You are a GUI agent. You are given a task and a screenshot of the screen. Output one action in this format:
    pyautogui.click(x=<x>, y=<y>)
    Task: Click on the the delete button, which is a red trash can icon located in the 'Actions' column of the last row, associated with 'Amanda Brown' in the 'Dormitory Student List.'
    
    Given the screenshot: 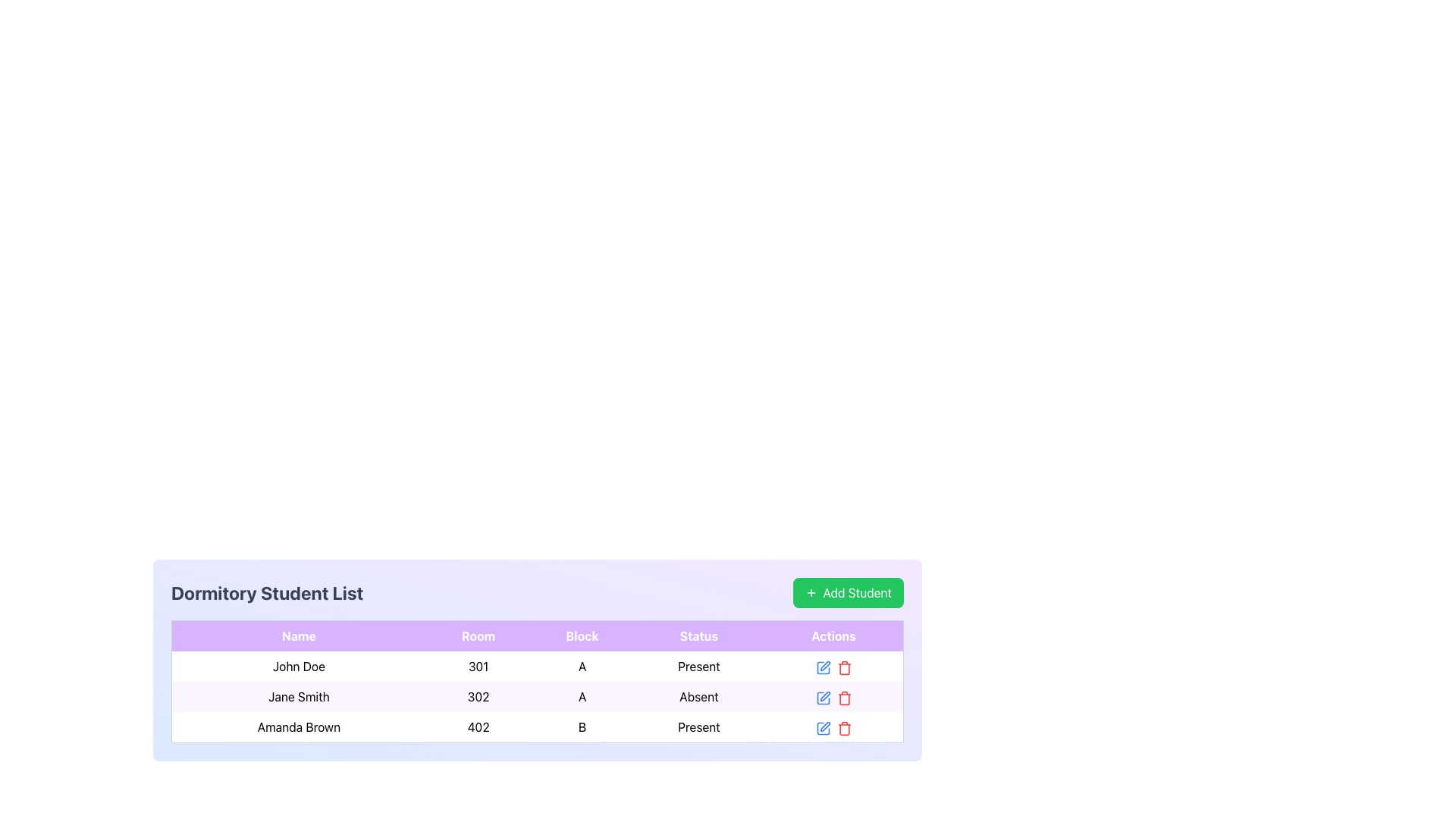 What is the action you would take?
    pyautogui.click(x=833, y=726)
    